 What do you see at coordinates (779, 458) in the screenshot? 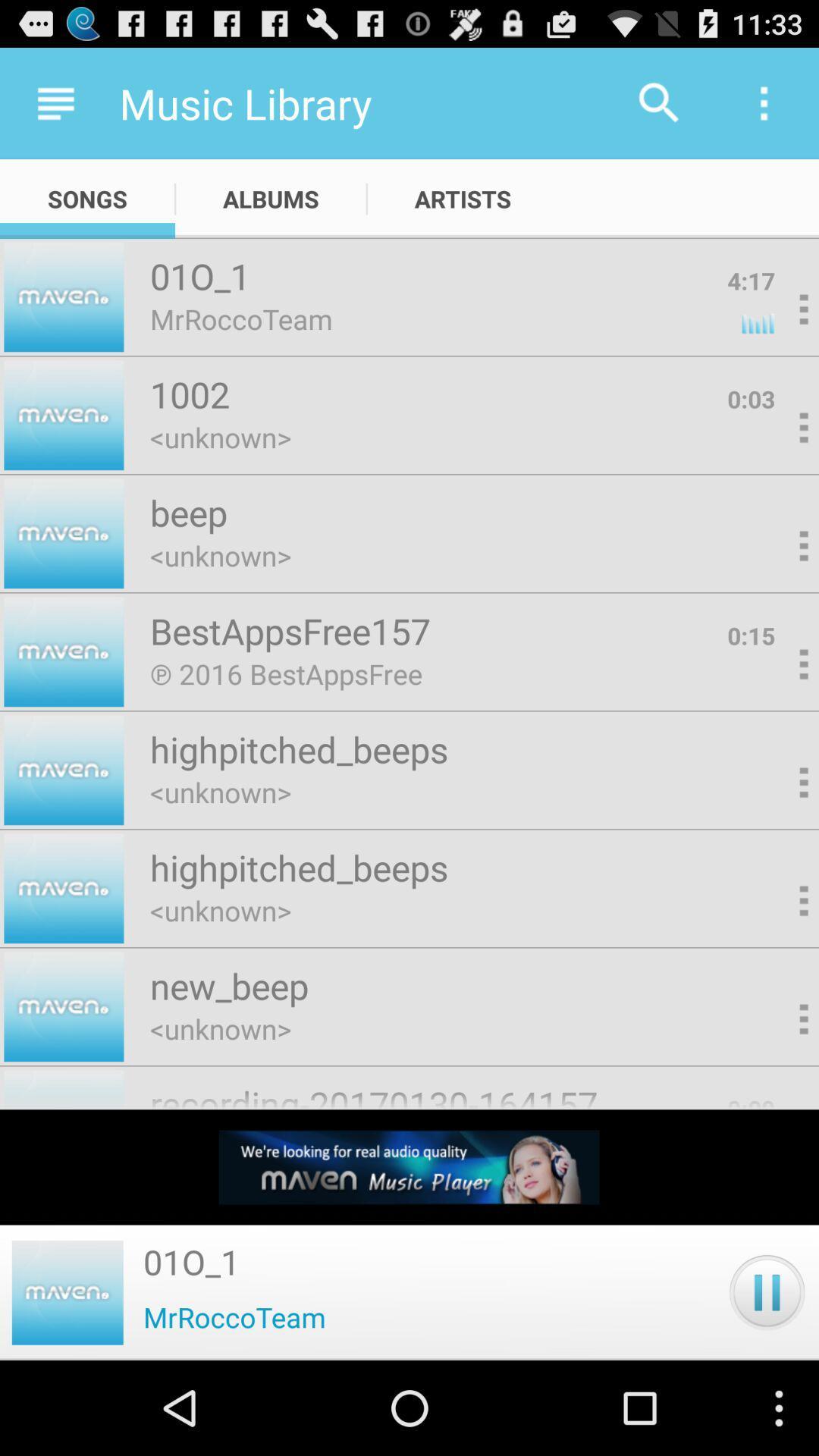
I see `the more icon` at bounding box center [779, 458].